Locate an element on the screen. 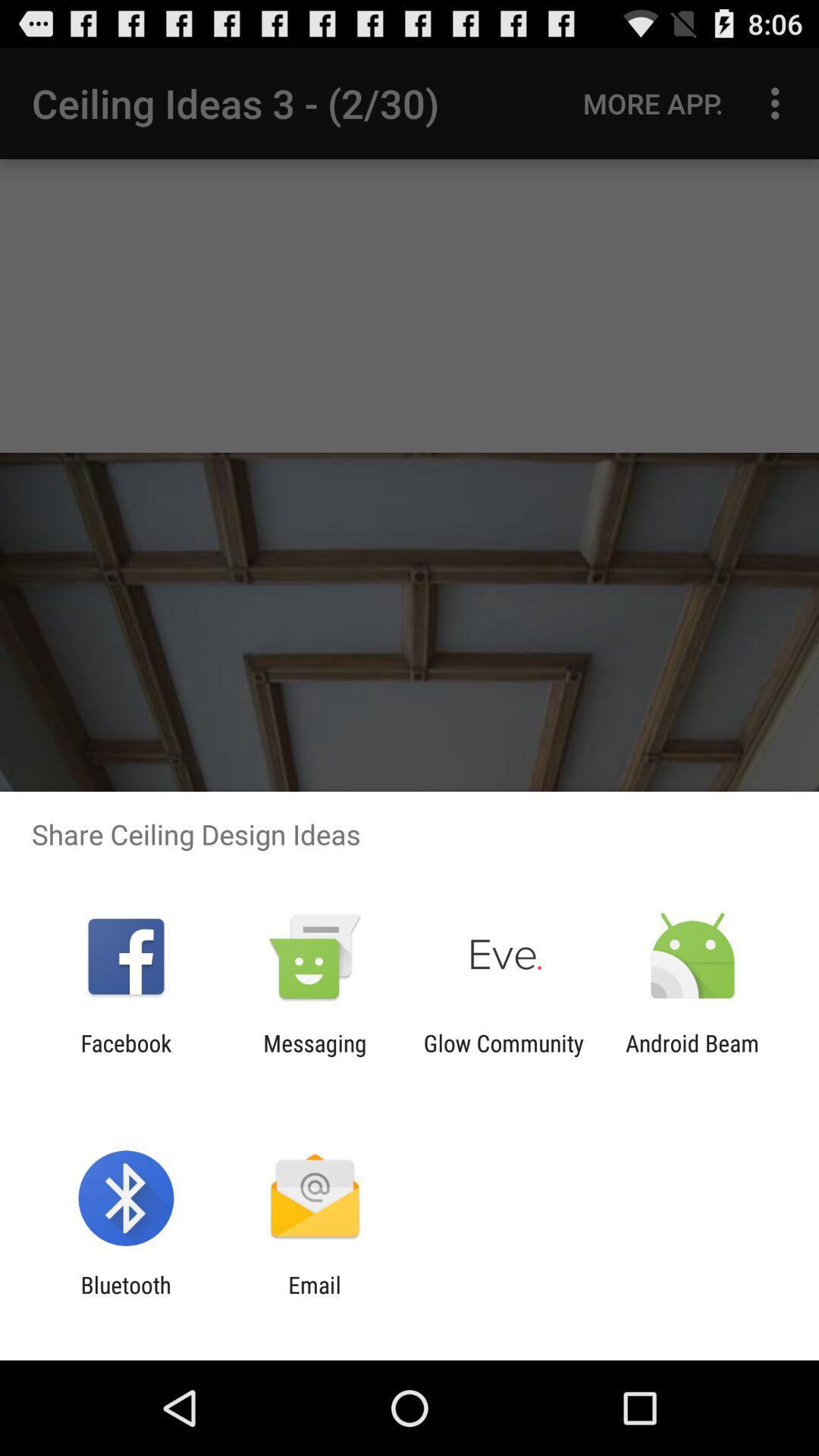 The height and width of the screenshot is (1456, 819). app next to the messaging is located at coordinates (504, 1056).